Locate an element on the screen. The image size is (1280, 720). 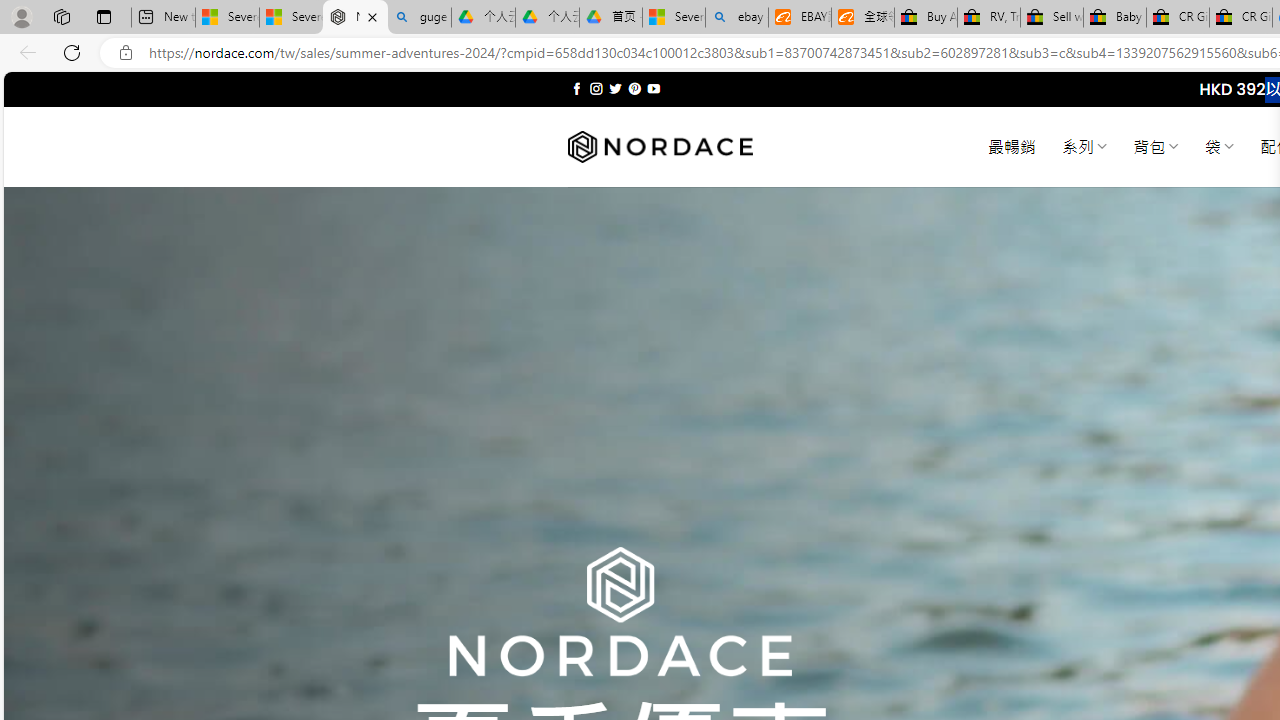
'RV, Trailer & Camper Steps & Ladders for sale | eBay' is located at coordinates (988, 17).